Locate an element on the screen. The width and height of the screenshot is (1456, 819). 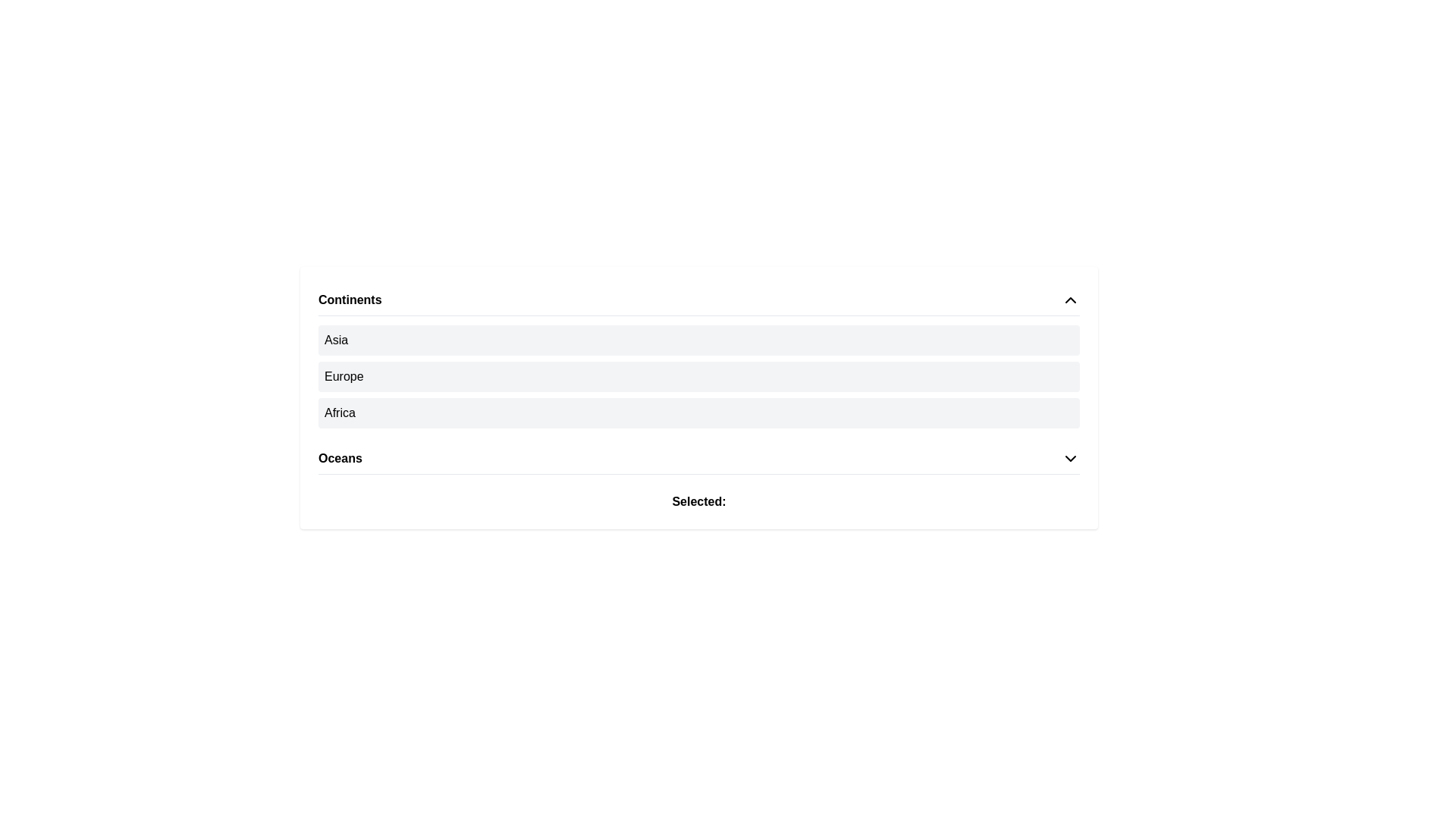
the text label displaying 'Europe', which is styled with plain black text on a white or light background, located in the 'Continents' section between 'Asia' and 'Africa' is located at coordinates (343, 376).